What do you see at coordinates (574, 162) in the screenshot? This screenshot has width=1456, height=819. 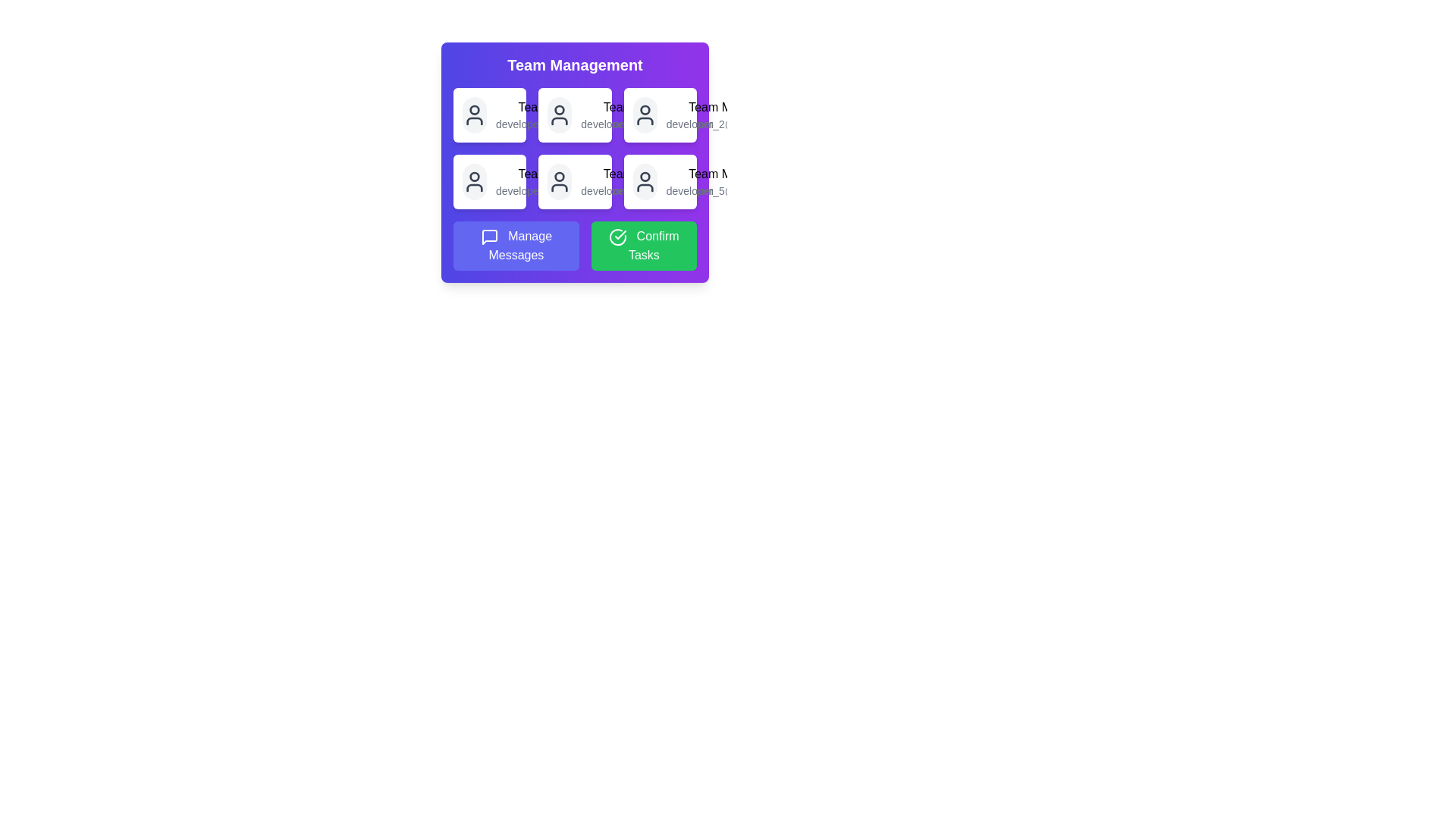 I see `on the card representing 'Team Member 4' within the grid layout` at bounding box center [574, 162].